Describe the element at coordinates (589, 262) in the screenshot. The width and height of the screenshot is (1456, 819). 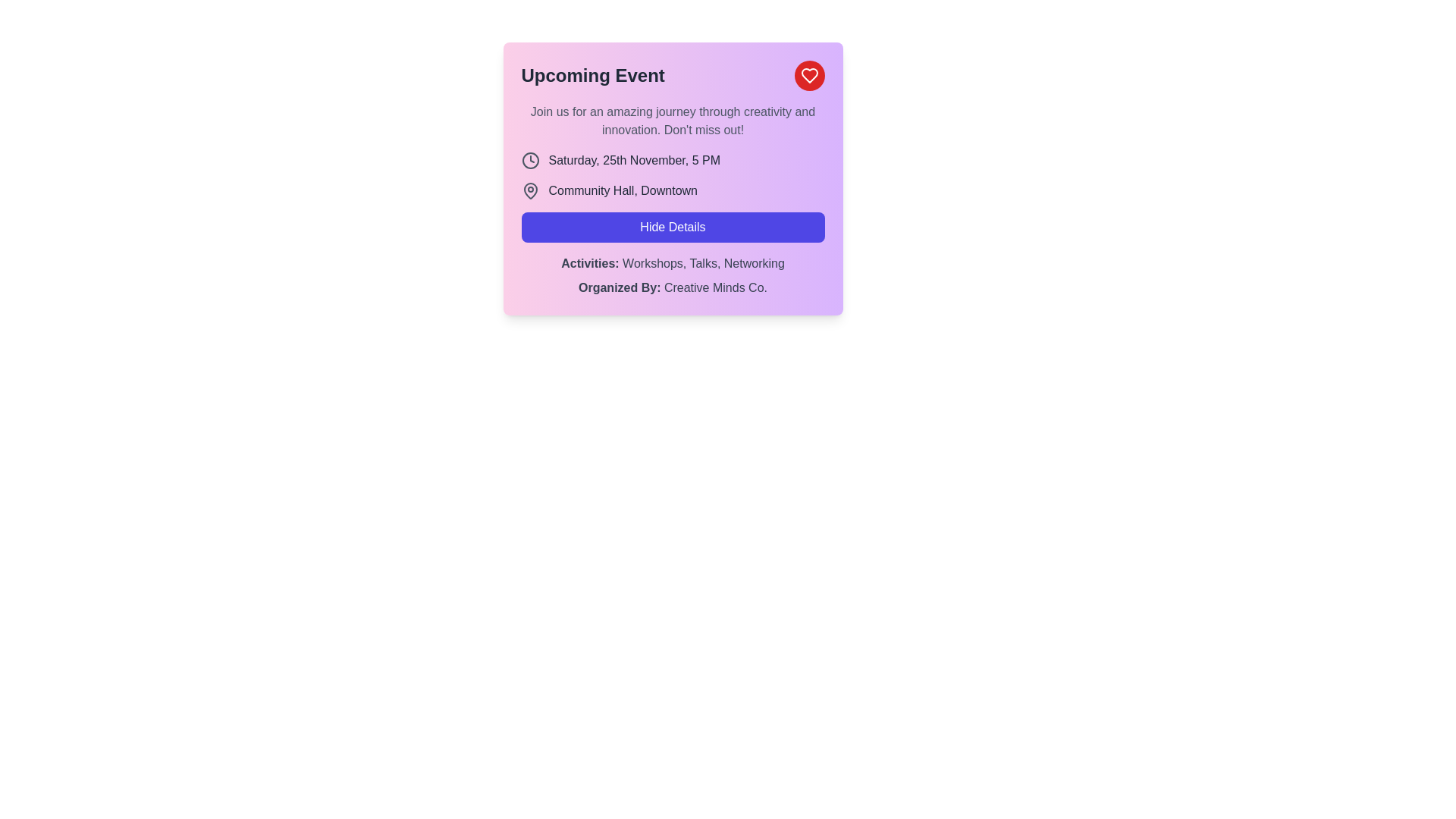
I see `the text label that describes the activities available, positioned above the list items 'Workshops, Talks, Networking' and below the 'Hide Details' button` at that location.